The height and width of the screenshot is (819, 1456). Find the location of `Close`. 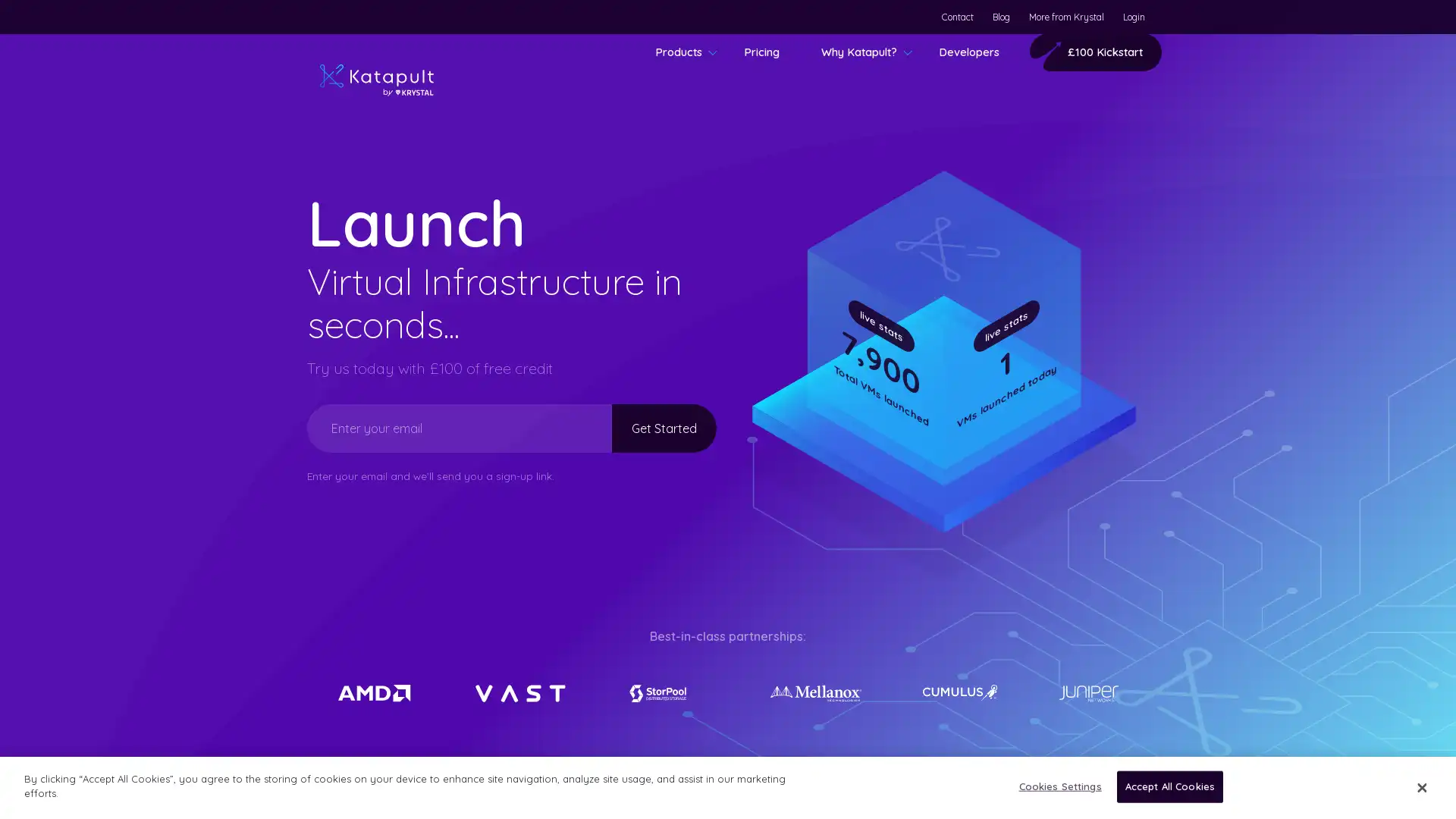

Close is located at coordinates (1420, 786).